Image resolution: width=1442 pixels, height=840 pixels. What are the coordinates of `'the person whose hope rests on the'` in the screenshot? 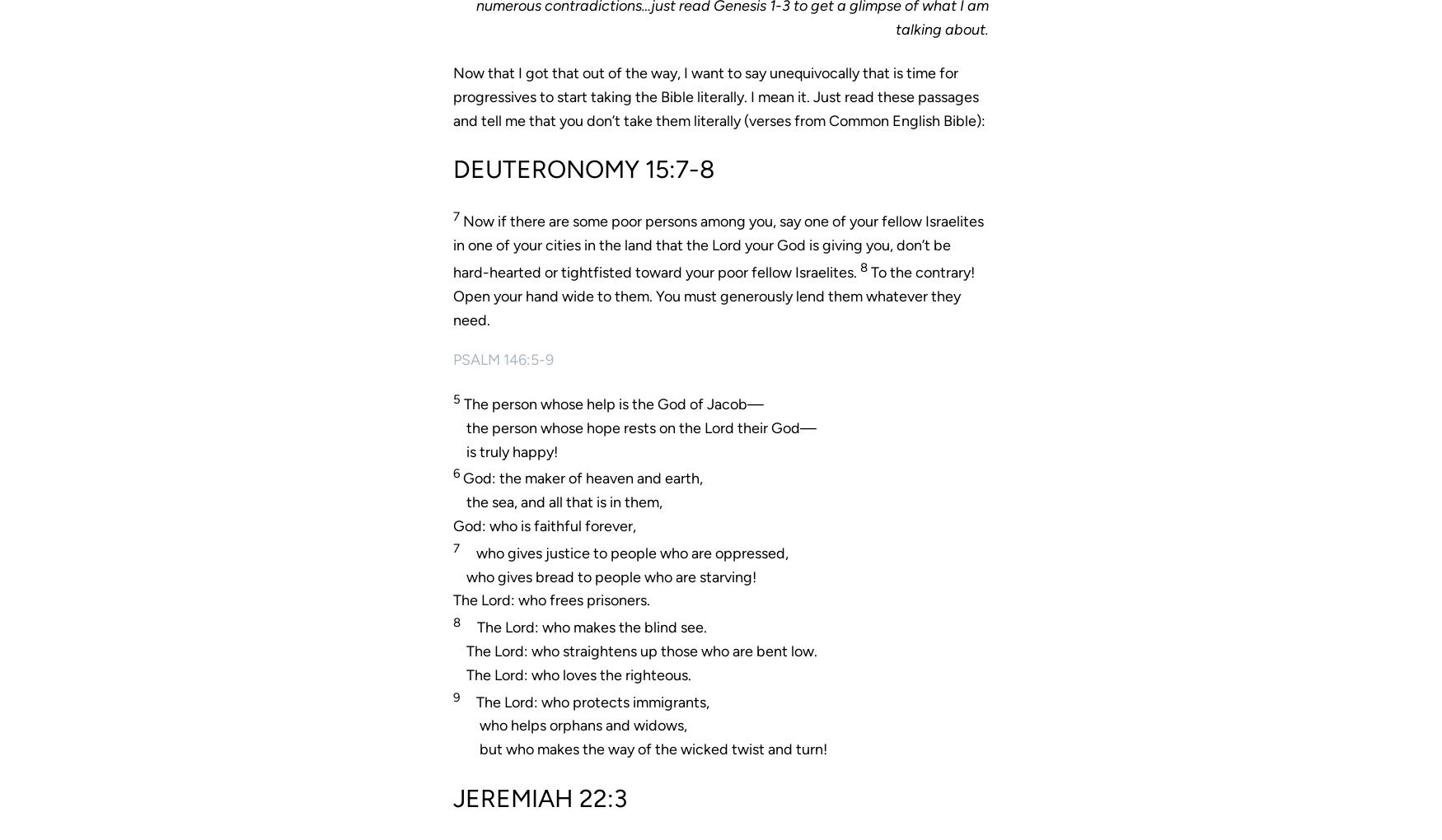 It's located at (585, 426).